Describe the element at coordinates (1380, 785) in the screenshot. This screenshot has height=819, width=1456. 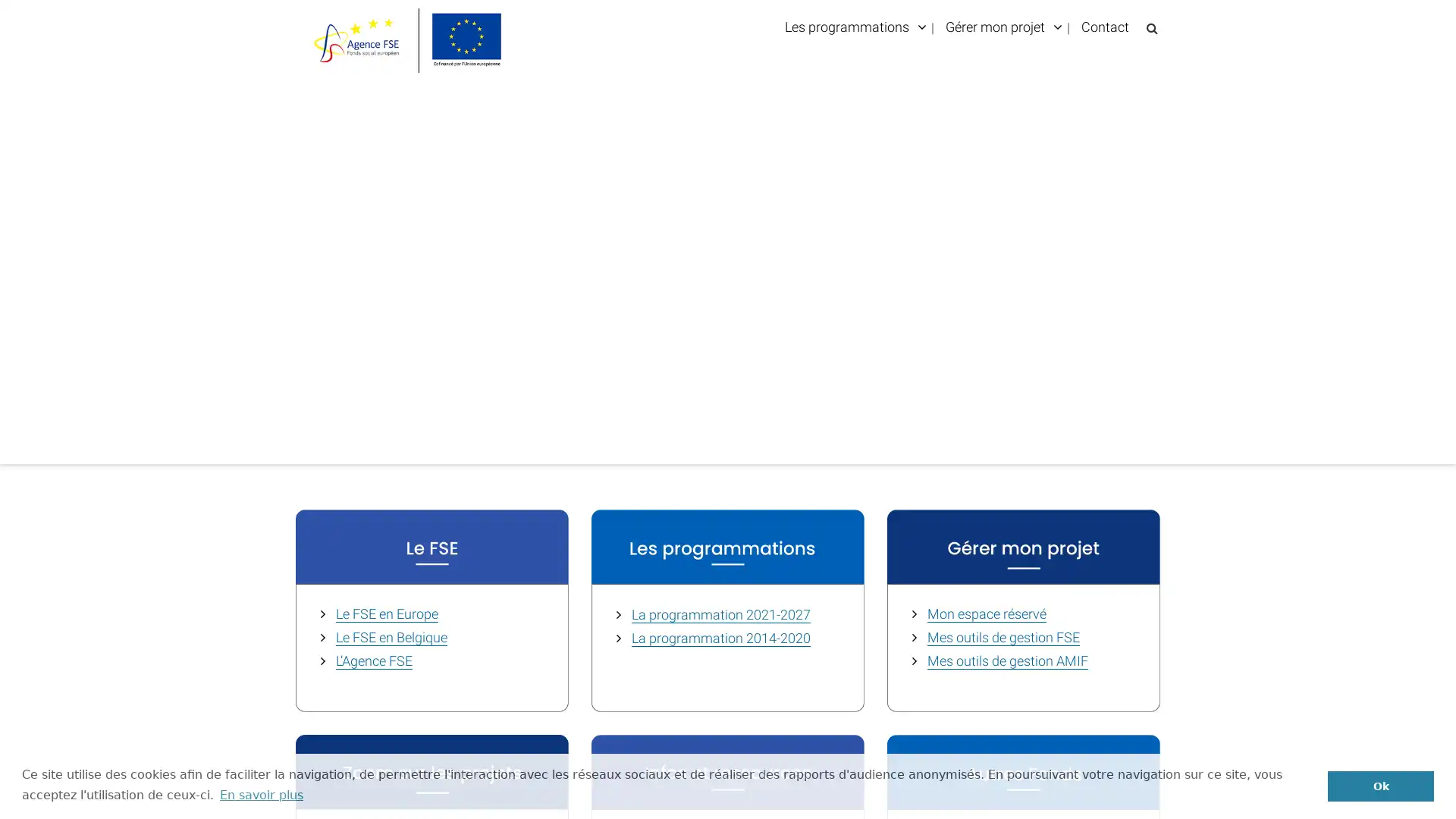
I see `dismiss cookie message` at that location.